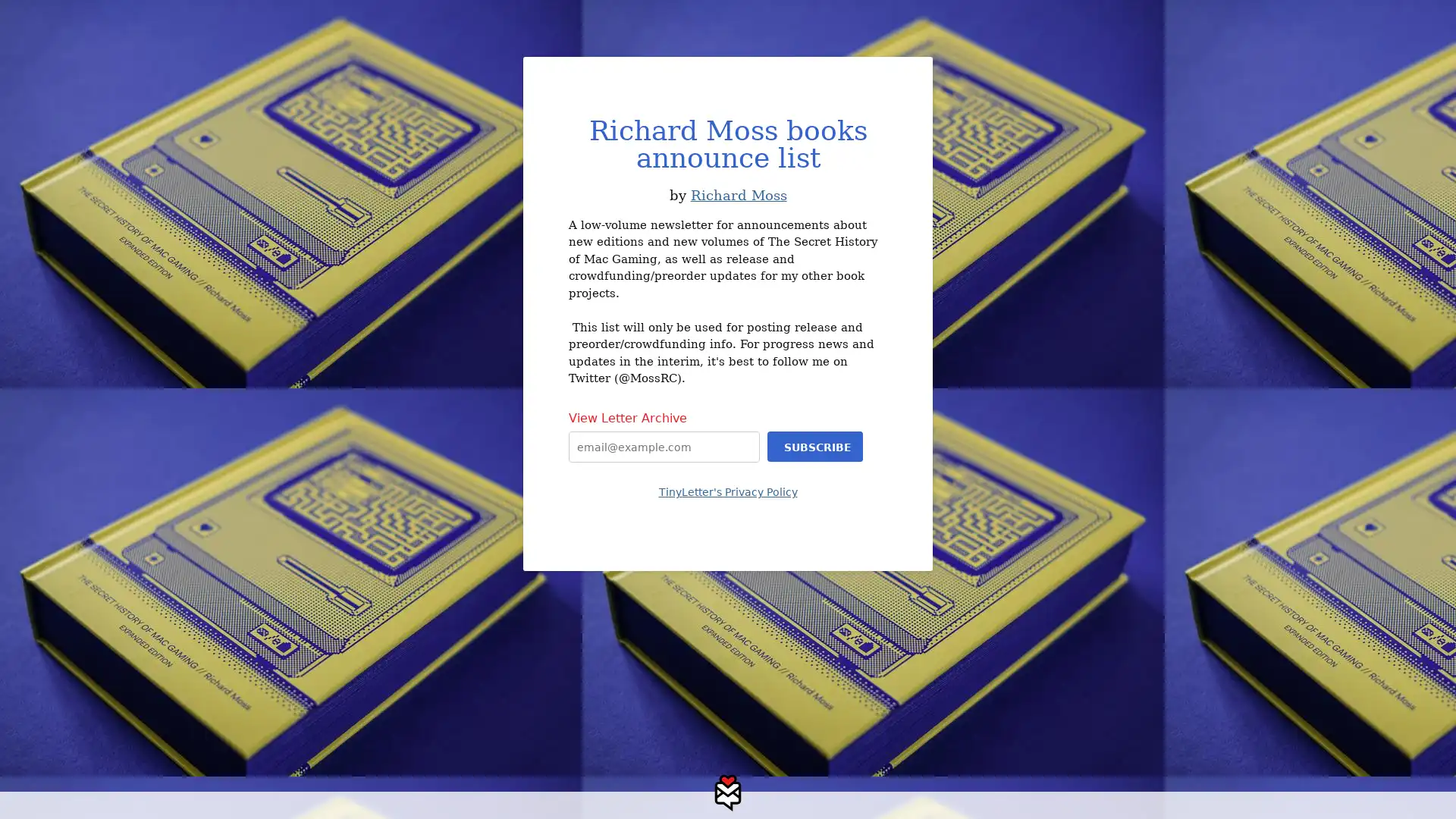  What do you see at coordinates (814, 446) in the screenshot?
I see `SUBSCRIBE` at bounding box center [814, 446].